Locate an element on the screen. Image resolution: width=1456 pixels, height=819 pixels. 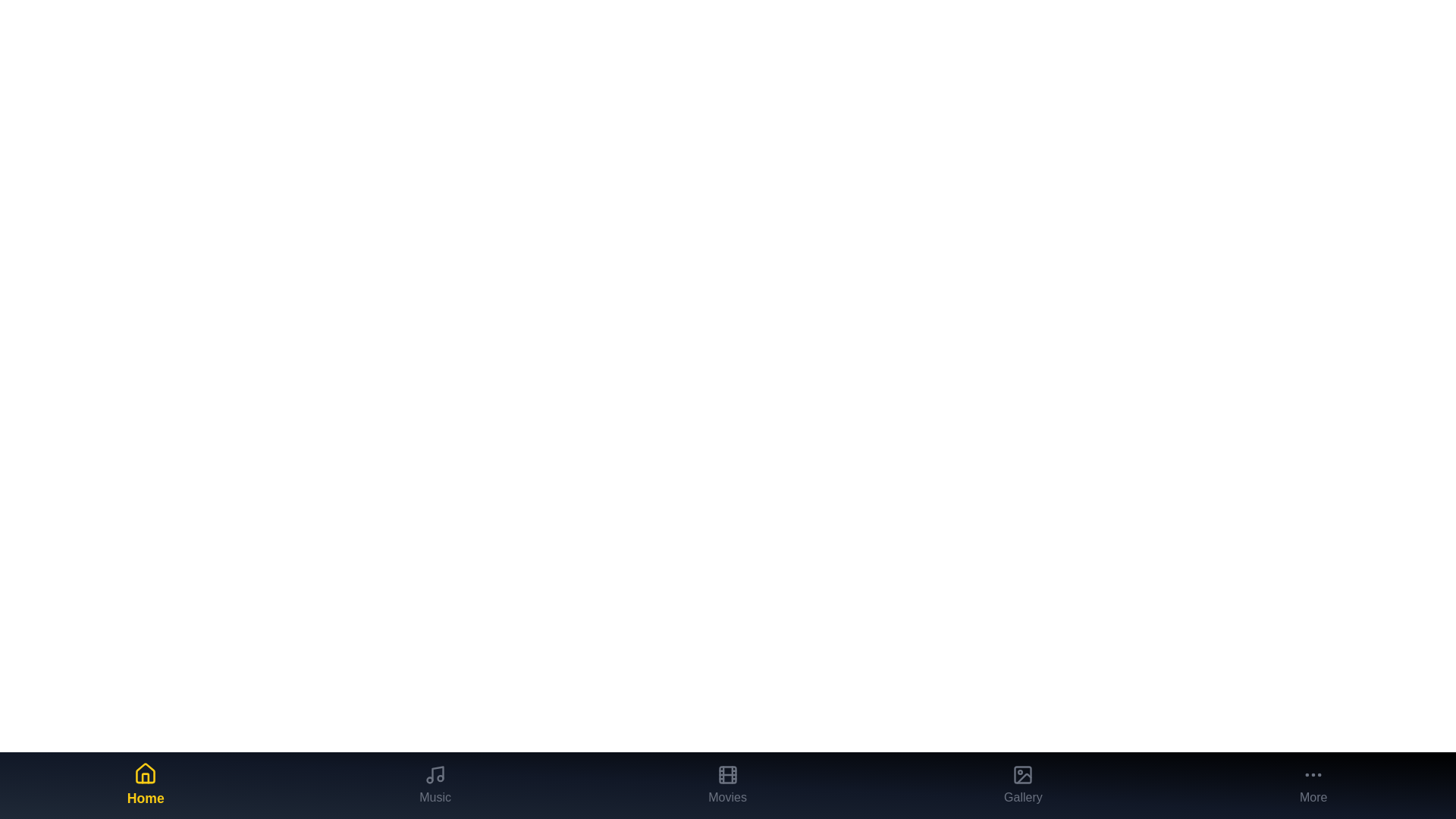
the Music tab in the bottom navigation bar is located at coordinates (435, 785).